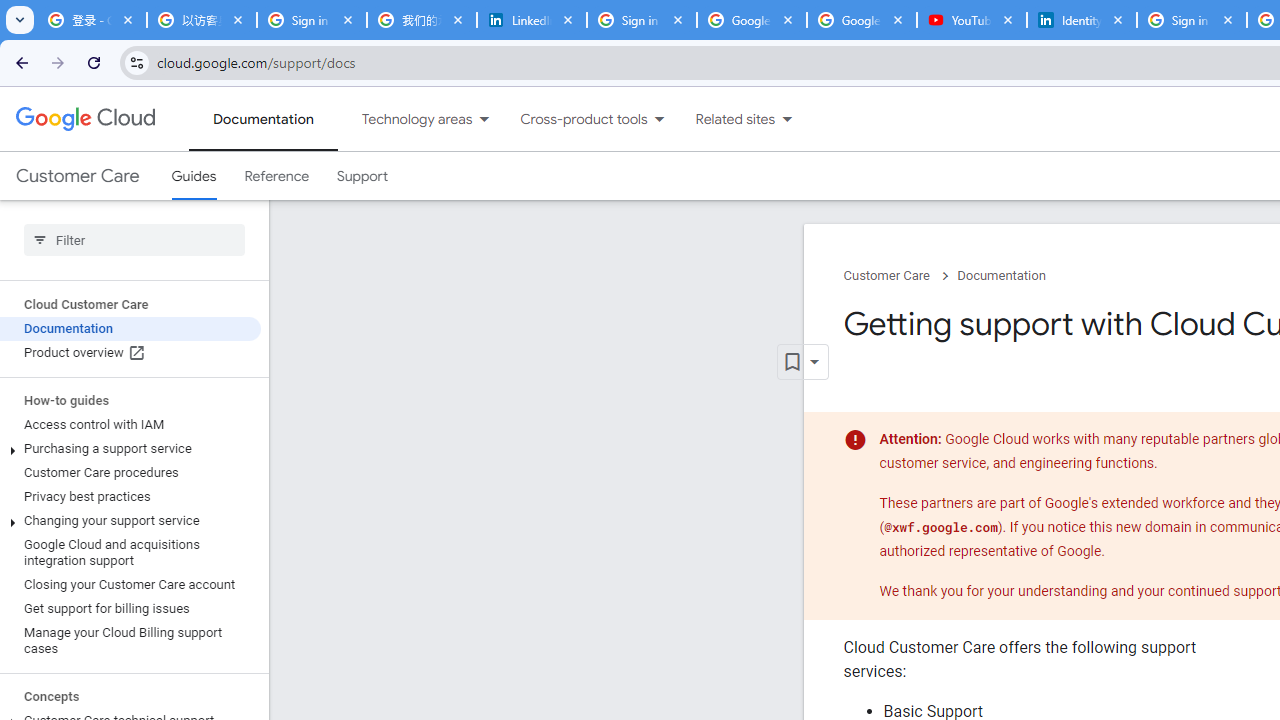 This screenshot has width=1280, height=720. What do you see at coordinates (129, 447) in the screenshot?
I see `'Purchasing a support service'` at bounding box center [129, 447].